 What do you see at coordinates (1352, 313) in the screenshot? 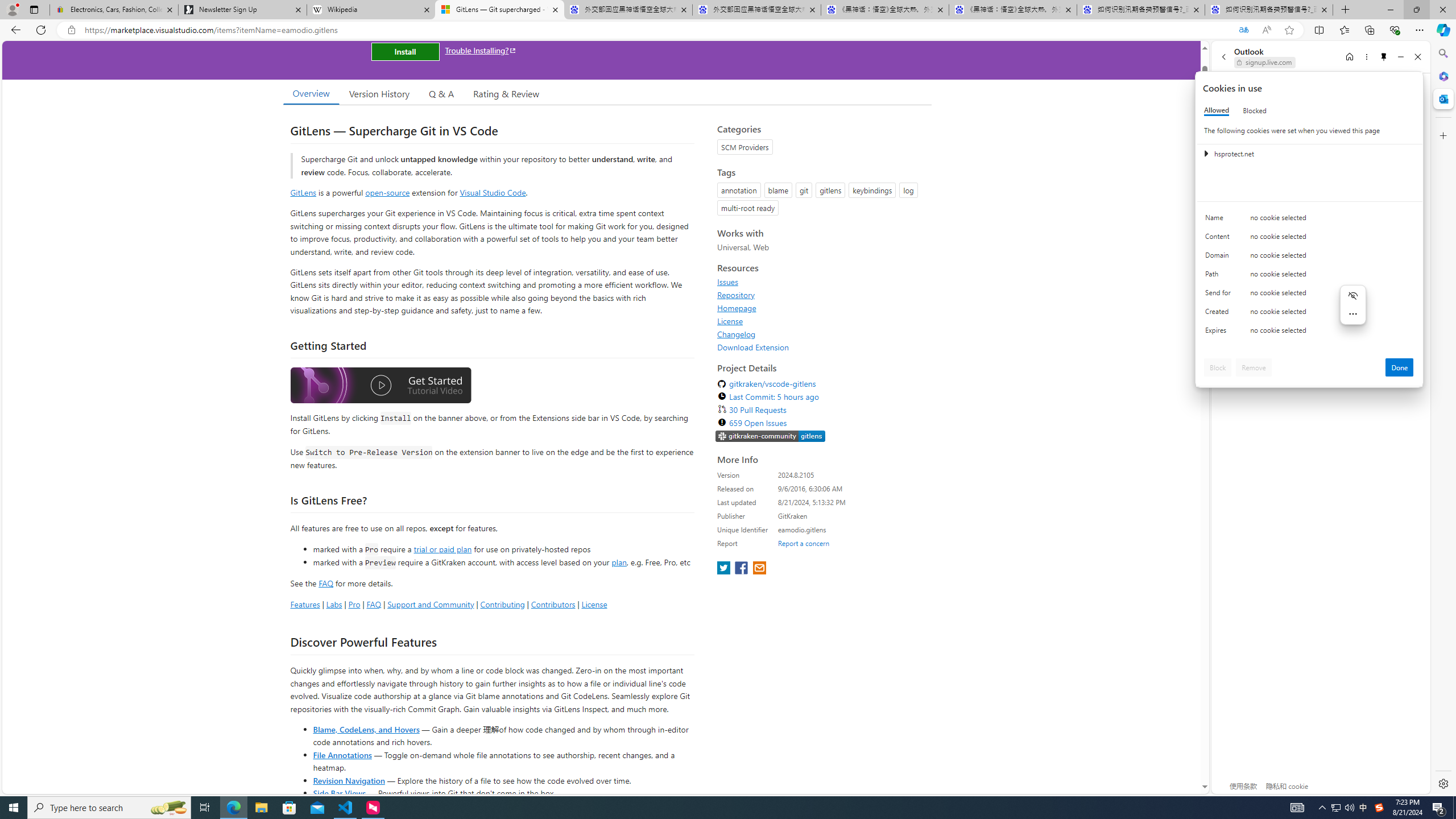
I see `'More actions'` at bounding box center [1352, 313].